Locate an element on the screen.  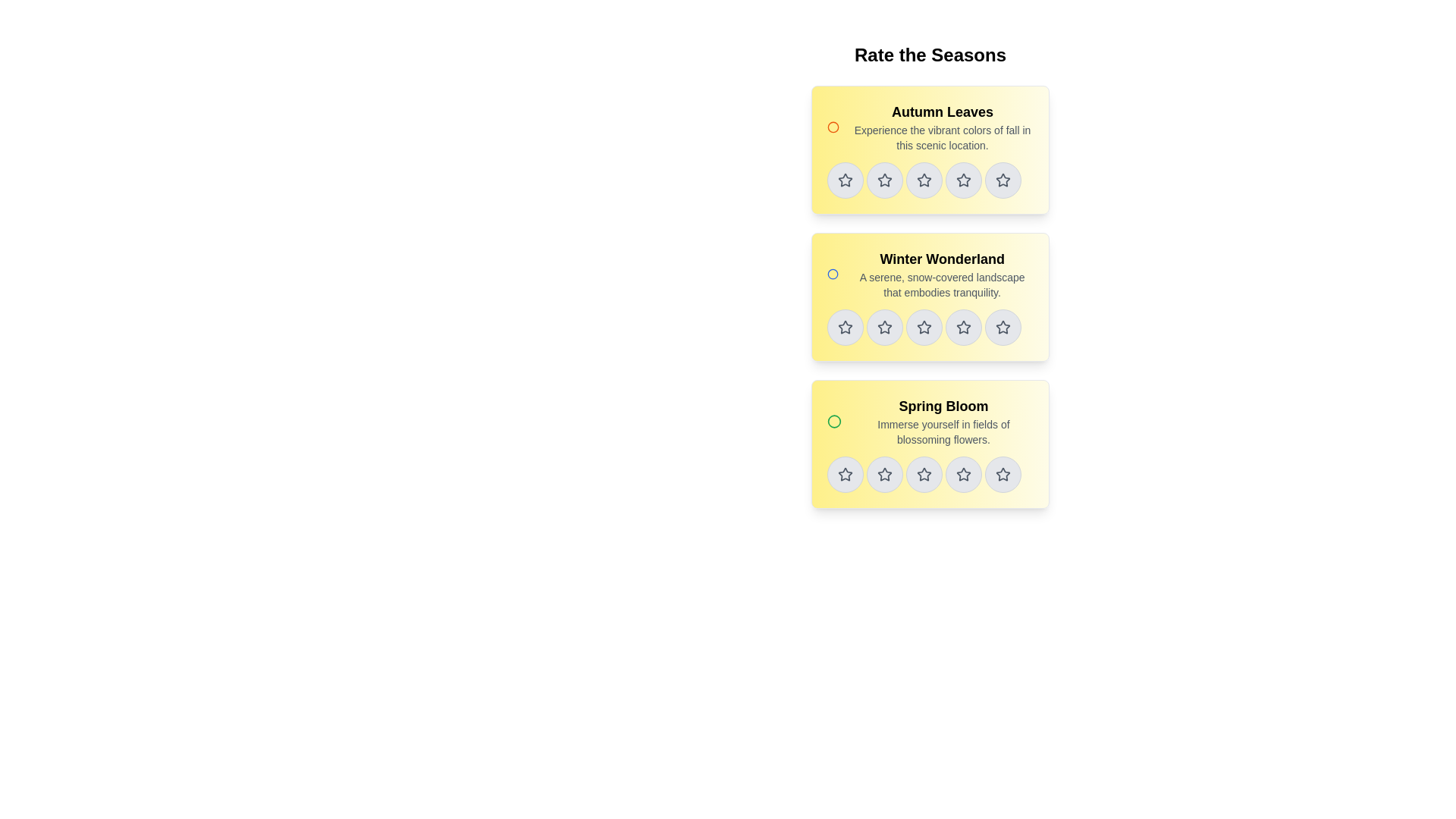
the text label that reads 'Immerse yourself in fields of blossoming flowers.' which is styled in a smaller, lighter gray font and located within the 'Spring Bloom' card beneath the bold title is located at coordinates (943, 432).